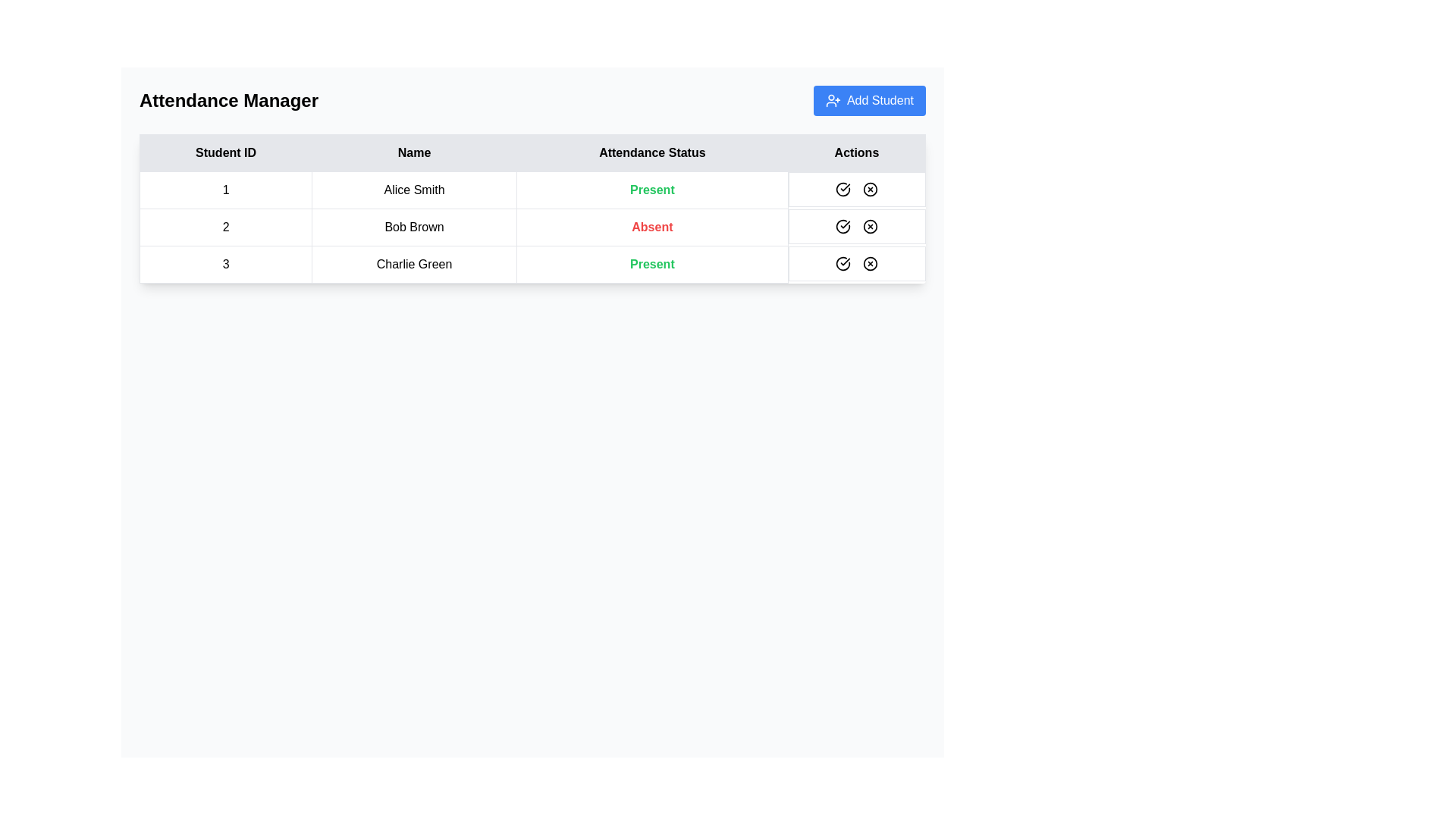 The image size is (1456, 819). Describe the element at coordinates (856, 152) in the screenshot. I see `the table header cell labeled 'Actions', which is positioned in the top-right corner of the table and is part of the 'Actions' column` at that location.